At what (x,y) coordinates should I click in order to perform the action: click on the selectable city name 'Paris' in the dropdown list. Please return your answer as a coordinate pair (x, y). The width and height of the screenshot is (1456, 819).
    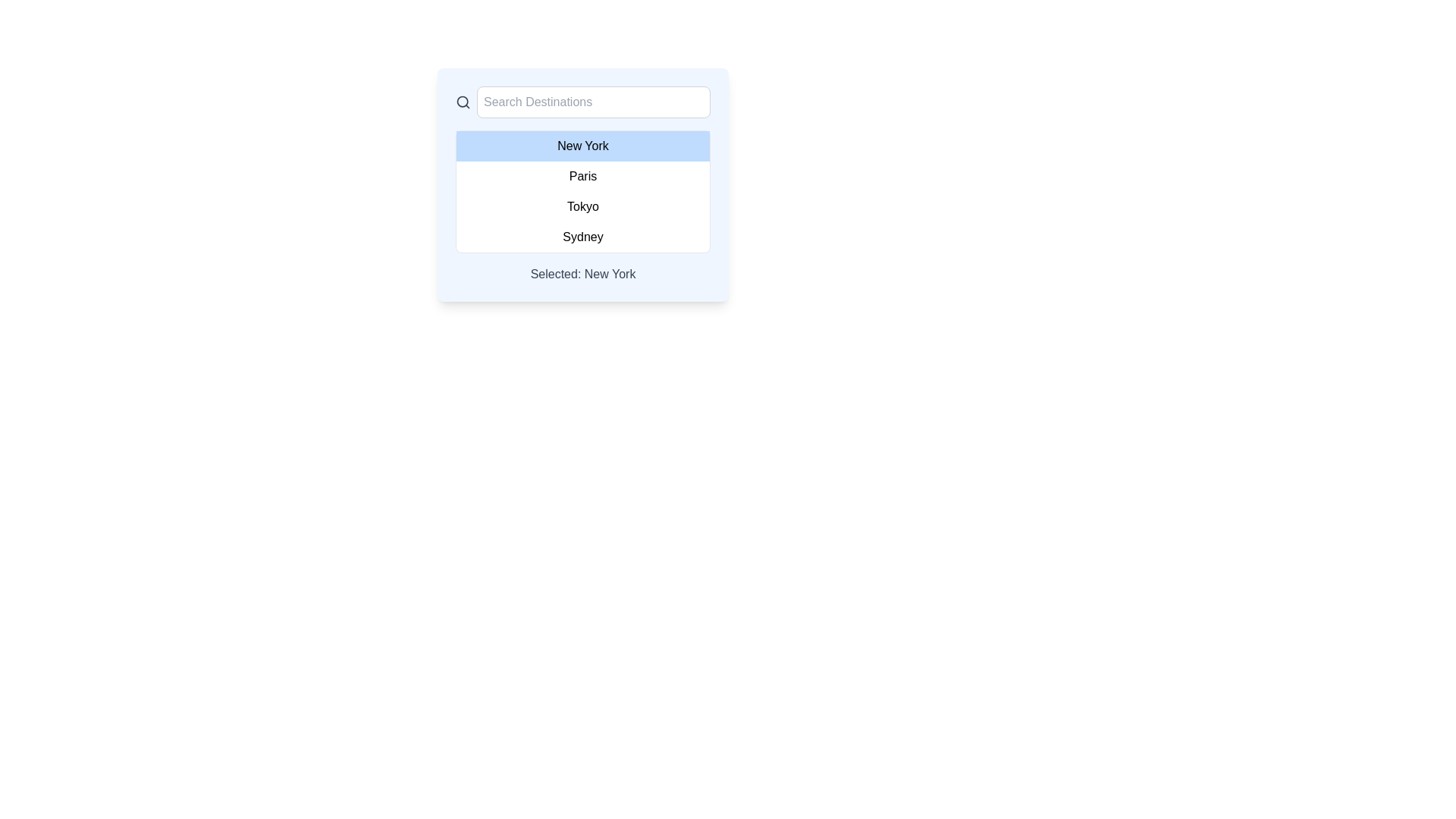
    Looking at the image, I should click on (582, 184).